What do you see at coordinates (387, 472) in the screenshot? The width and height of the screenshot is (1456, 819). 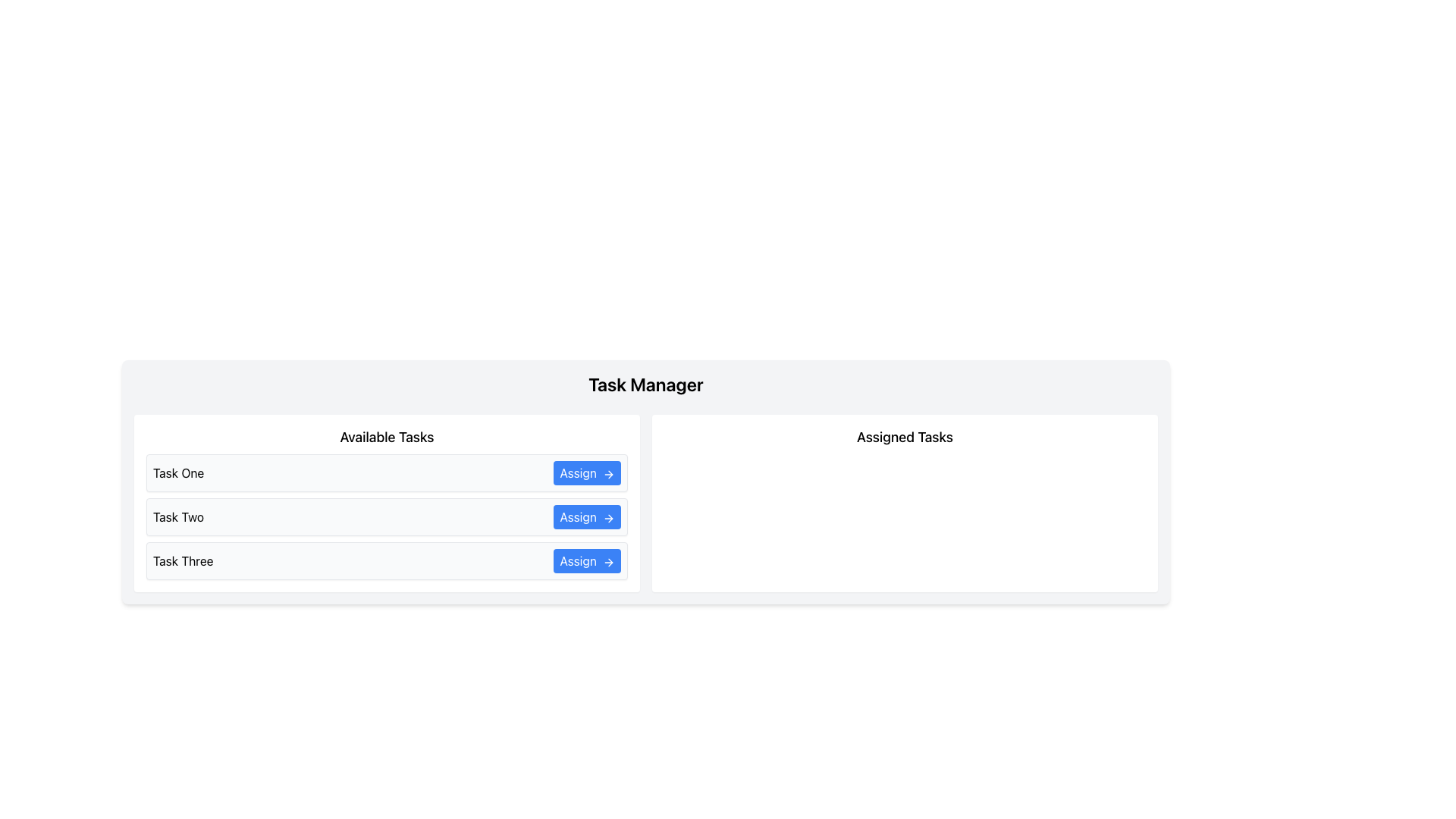 I see `the Task list item labeled 'Task One' with the interactive 'Assign' button` at bounding box center [387, 472].